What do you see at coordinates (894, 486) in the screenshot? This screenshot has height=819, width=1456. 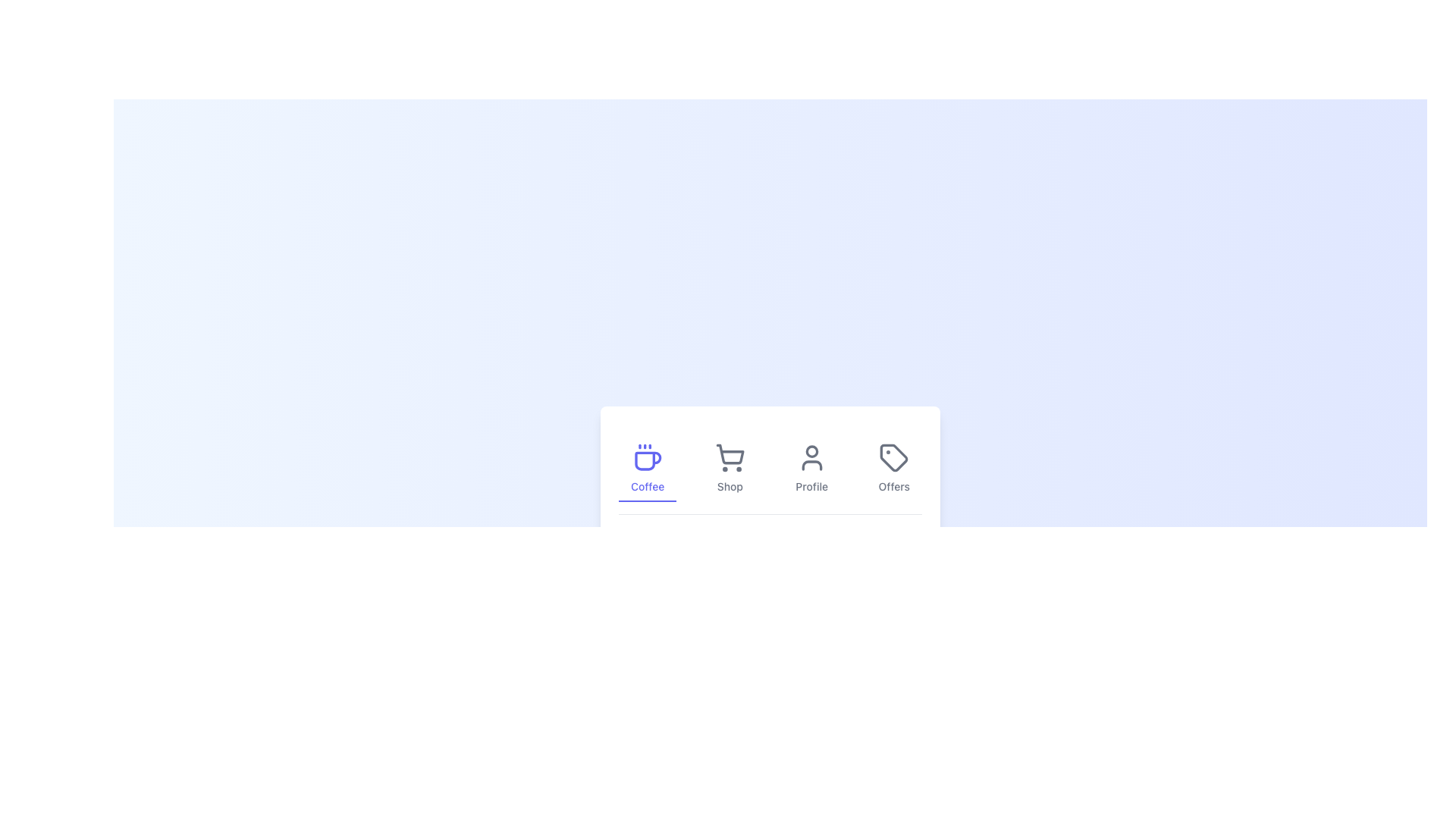 I see `the 'Offers' label, which is the last item` at bounding box center [894, 486].